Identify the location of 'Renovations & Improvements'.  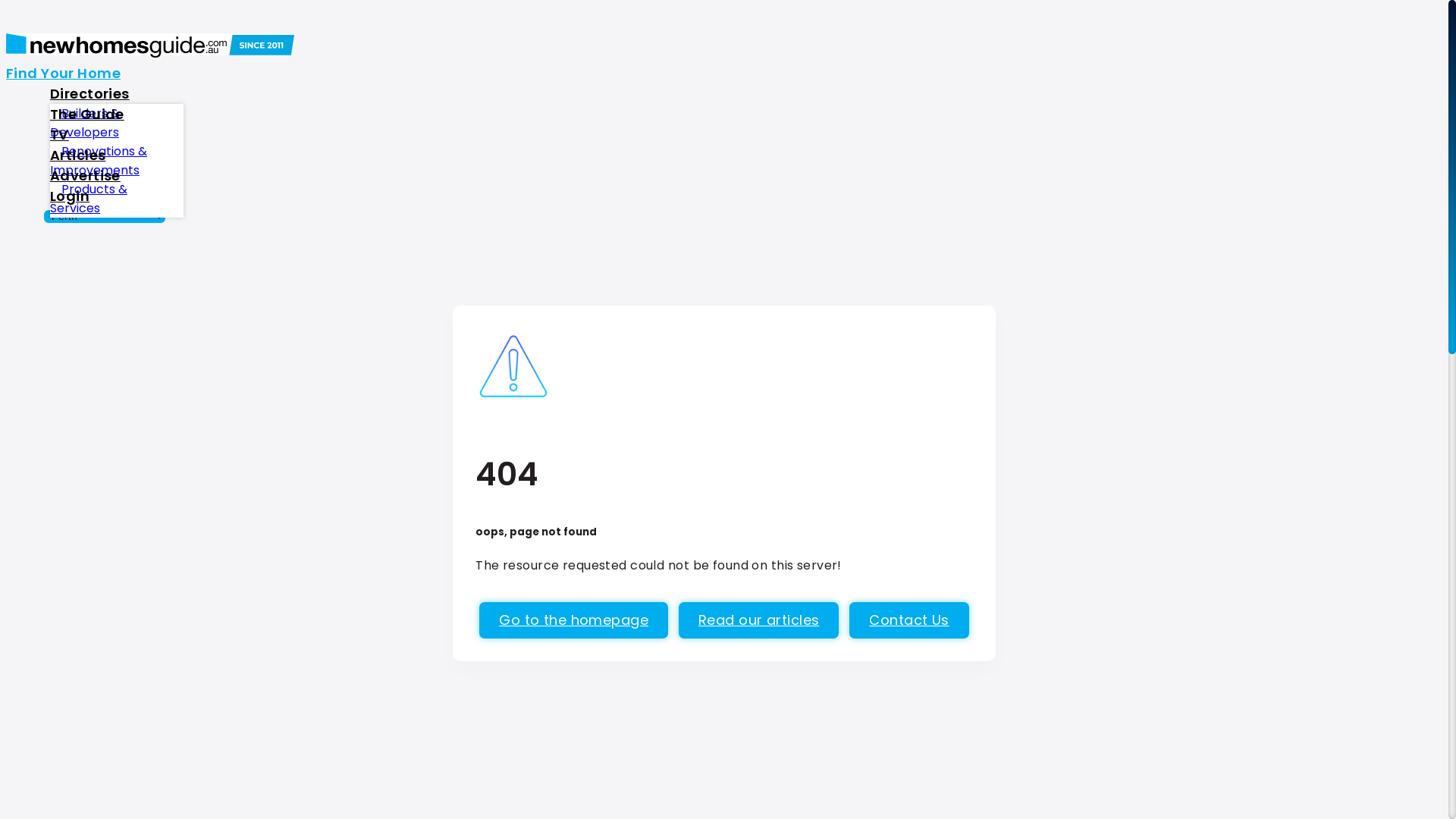
(99, 161).